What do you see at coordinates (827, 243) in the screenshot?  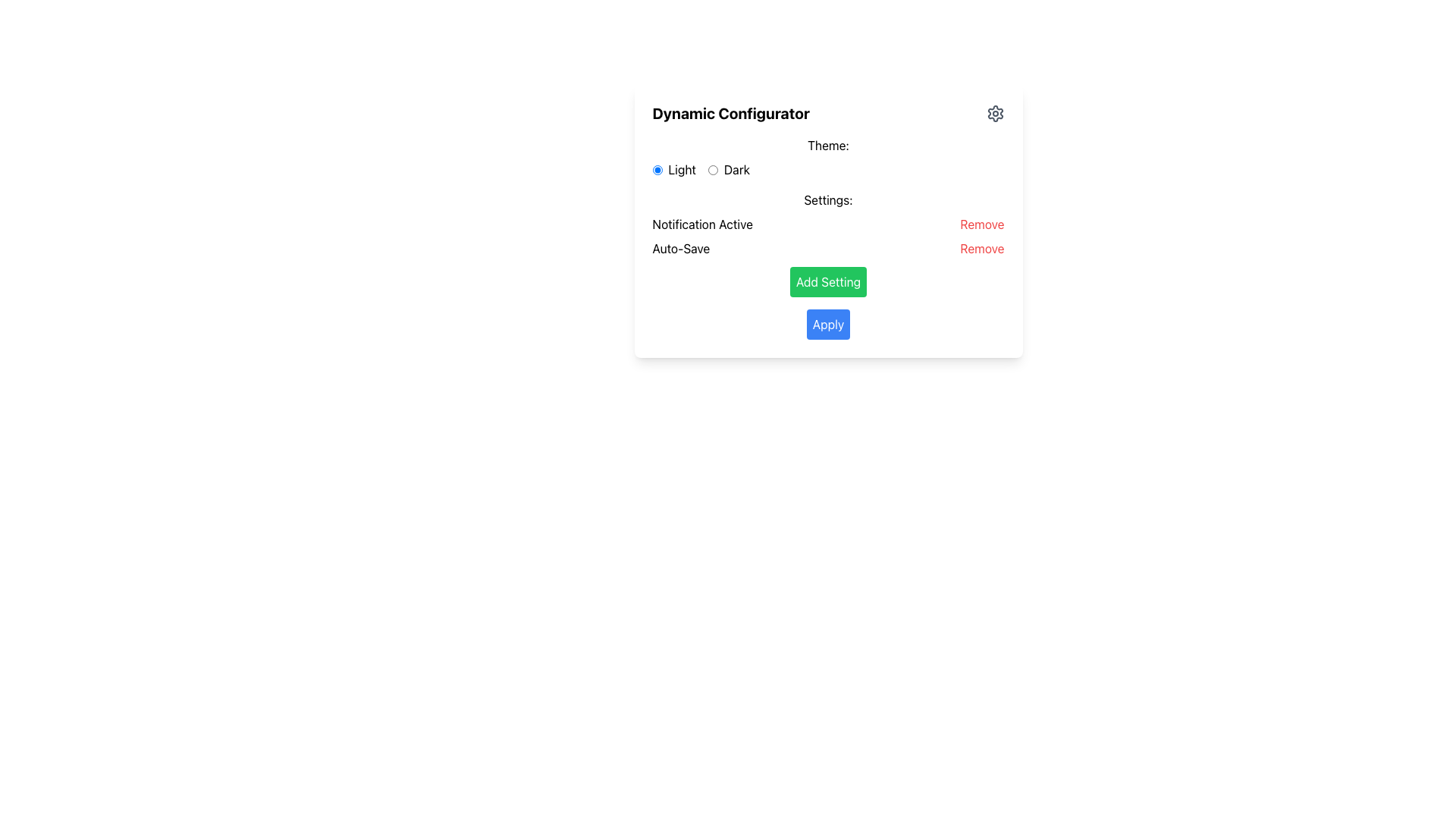 I see `the 'Add Setting' button located in the Interactive settings management section, which is labeled 'Settings:' and positioned in the top-right quadrant of the main interface` at bounding box center [827, 243].